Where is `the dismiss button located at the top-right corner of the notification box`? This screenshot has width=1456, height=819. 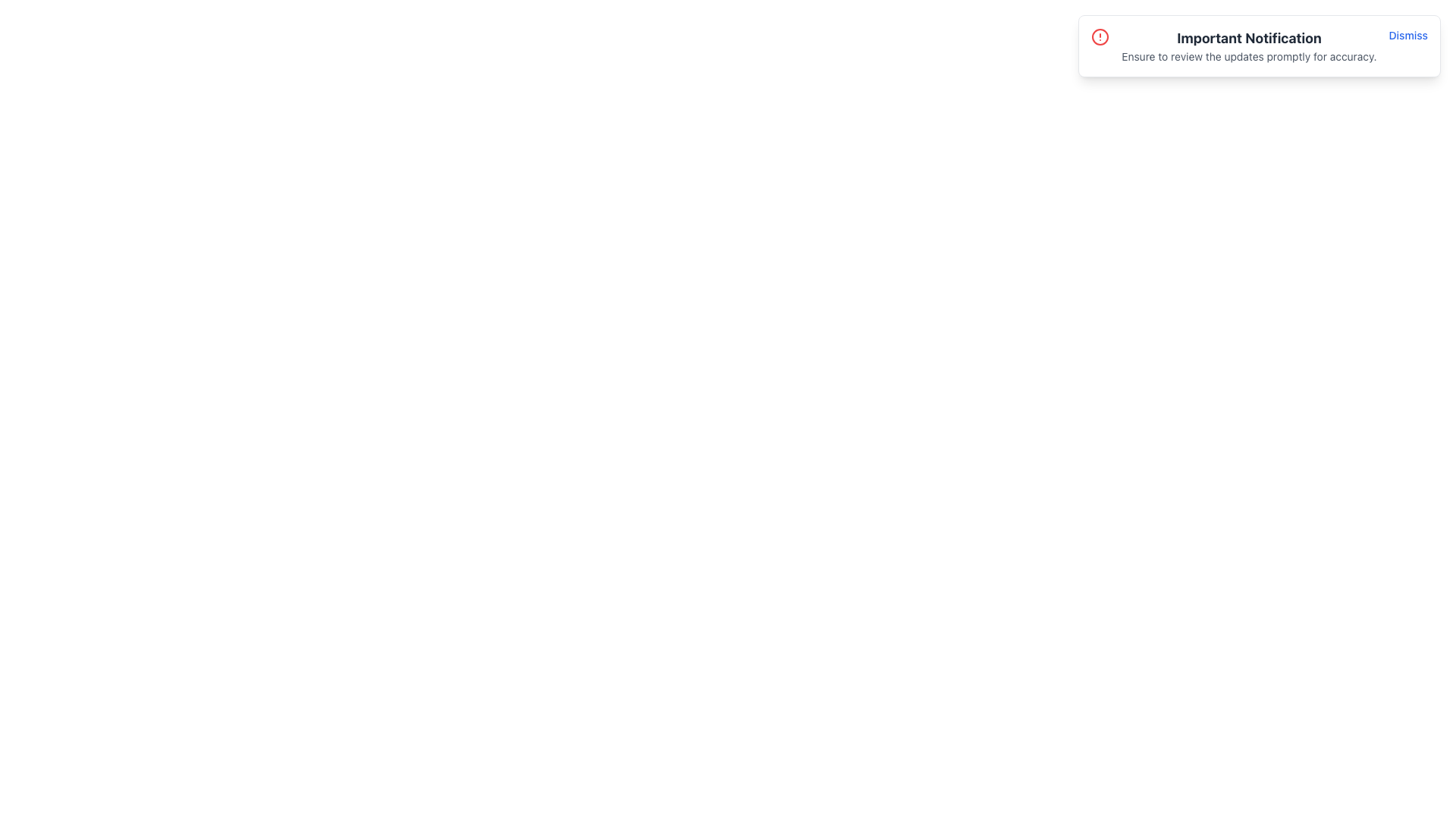
the dismiss button located at the top-right corner of the notification box is located at coordinates (1407, 34).